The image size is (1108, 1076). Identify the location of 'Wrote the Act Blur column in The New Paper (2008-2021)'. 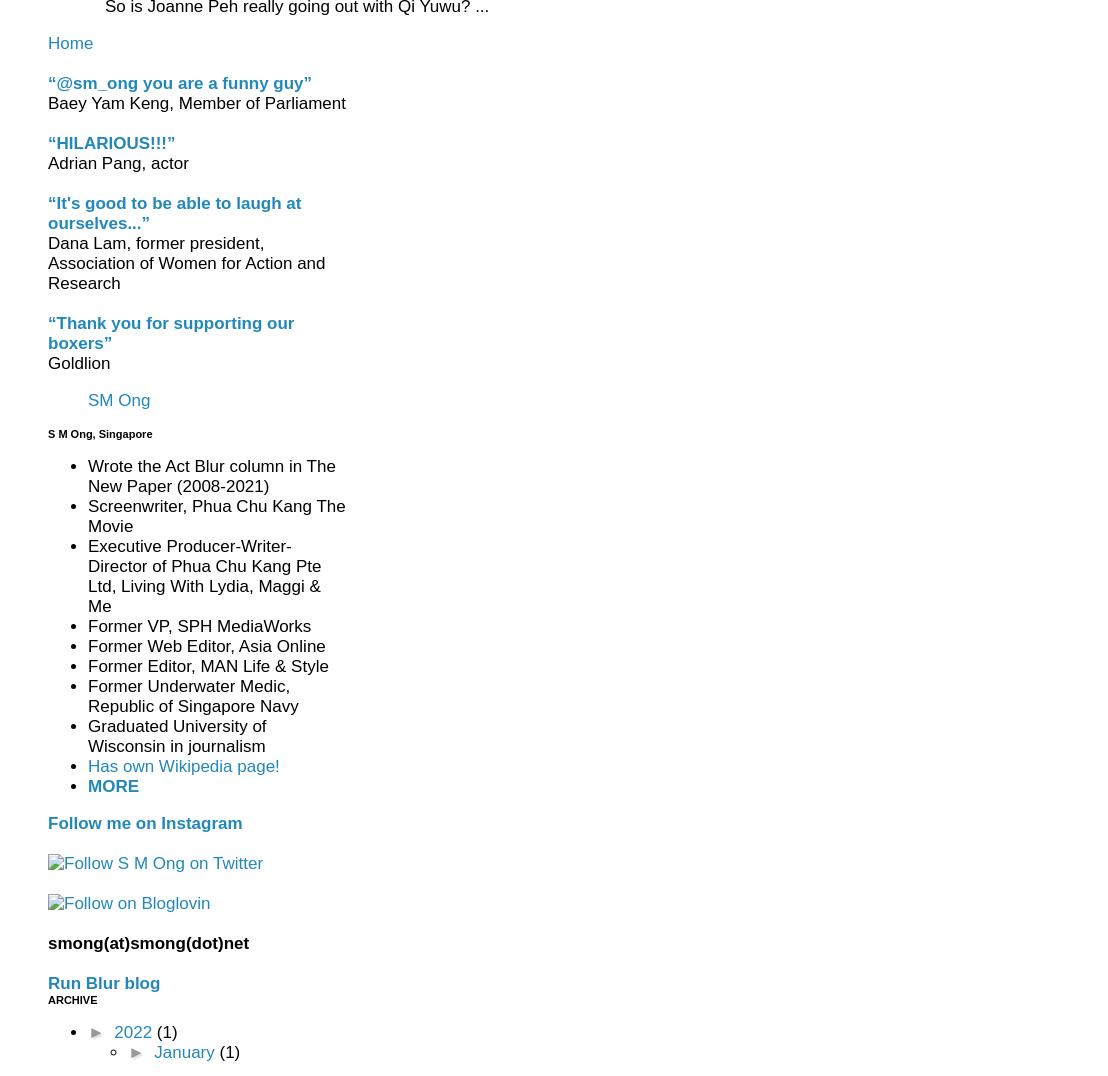
(211, 475).